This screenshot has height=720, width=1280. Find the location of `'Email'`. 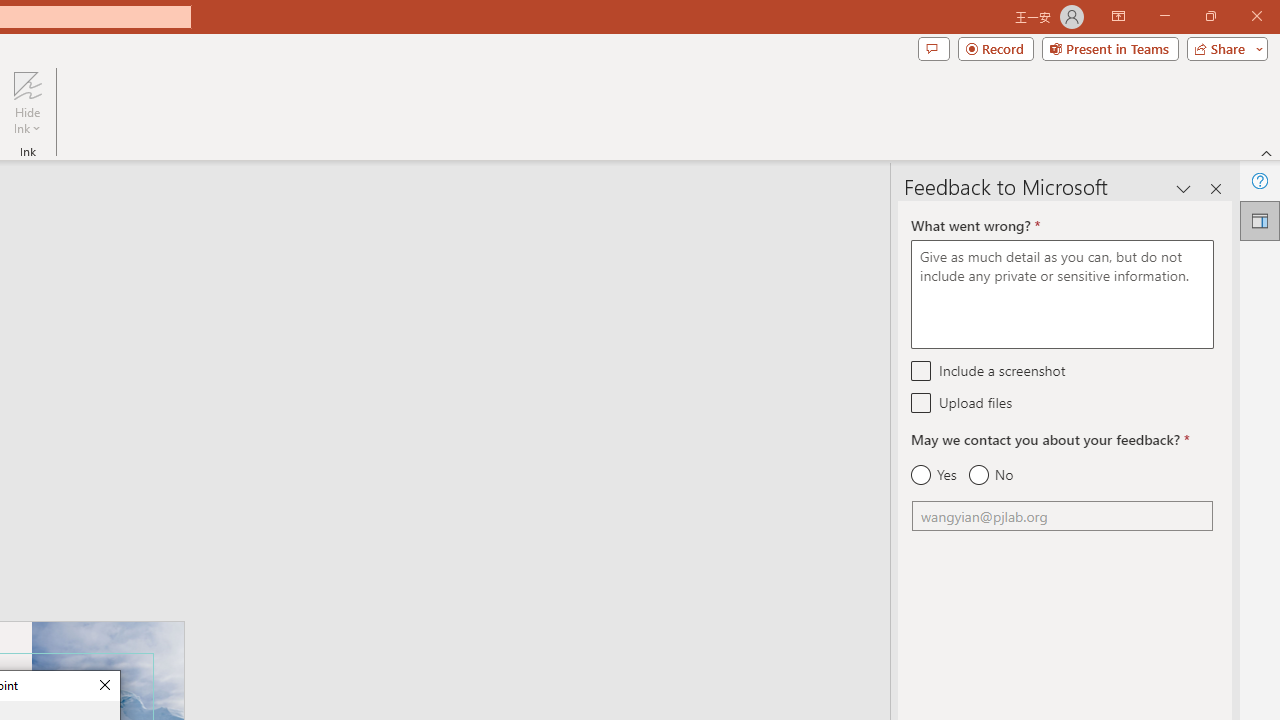

'Email' is located at coordinates (1061, 515).